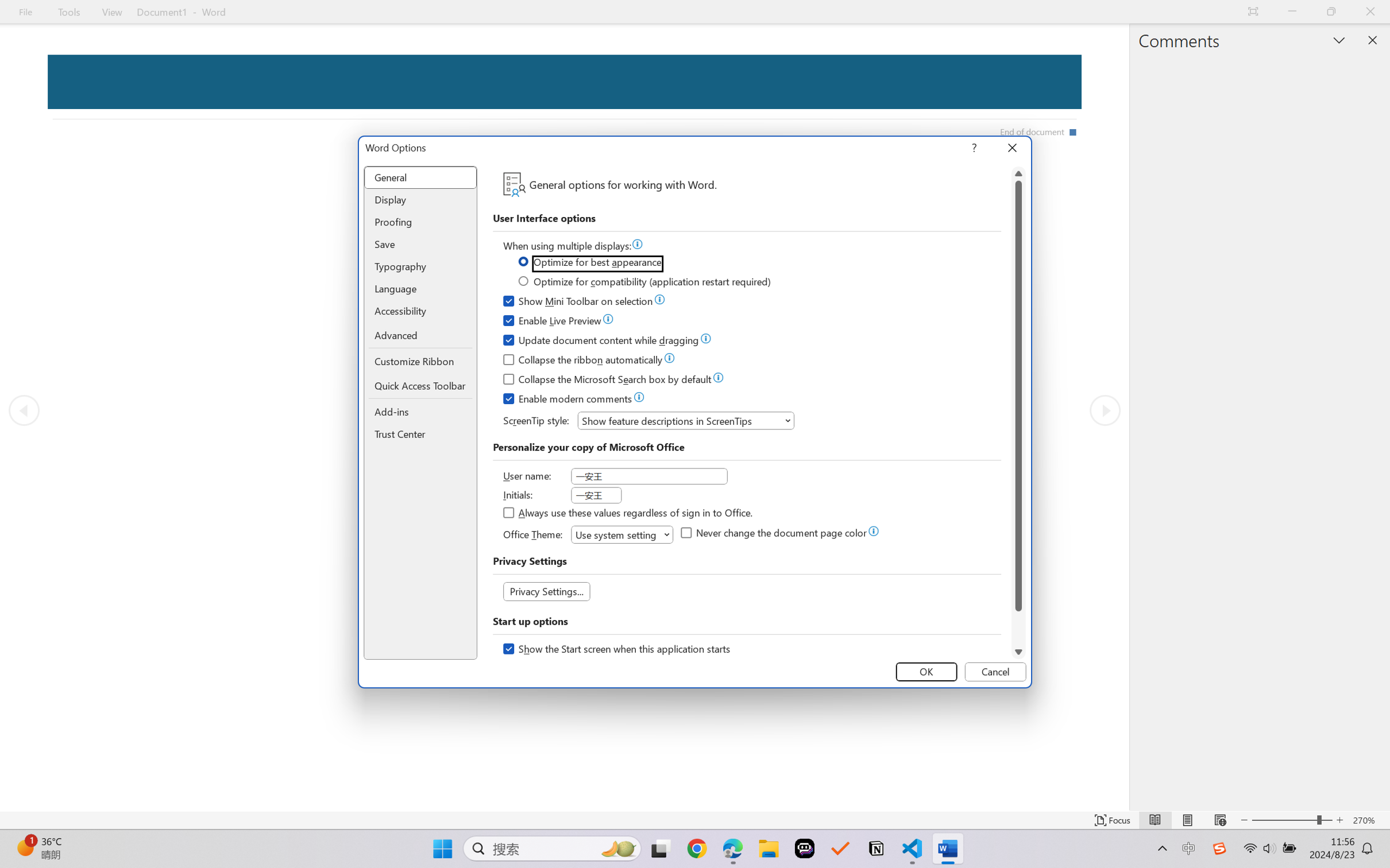  Describe the element at coordinates (420, 412) in the screenshot. I see `'Add-ins'` at that location.